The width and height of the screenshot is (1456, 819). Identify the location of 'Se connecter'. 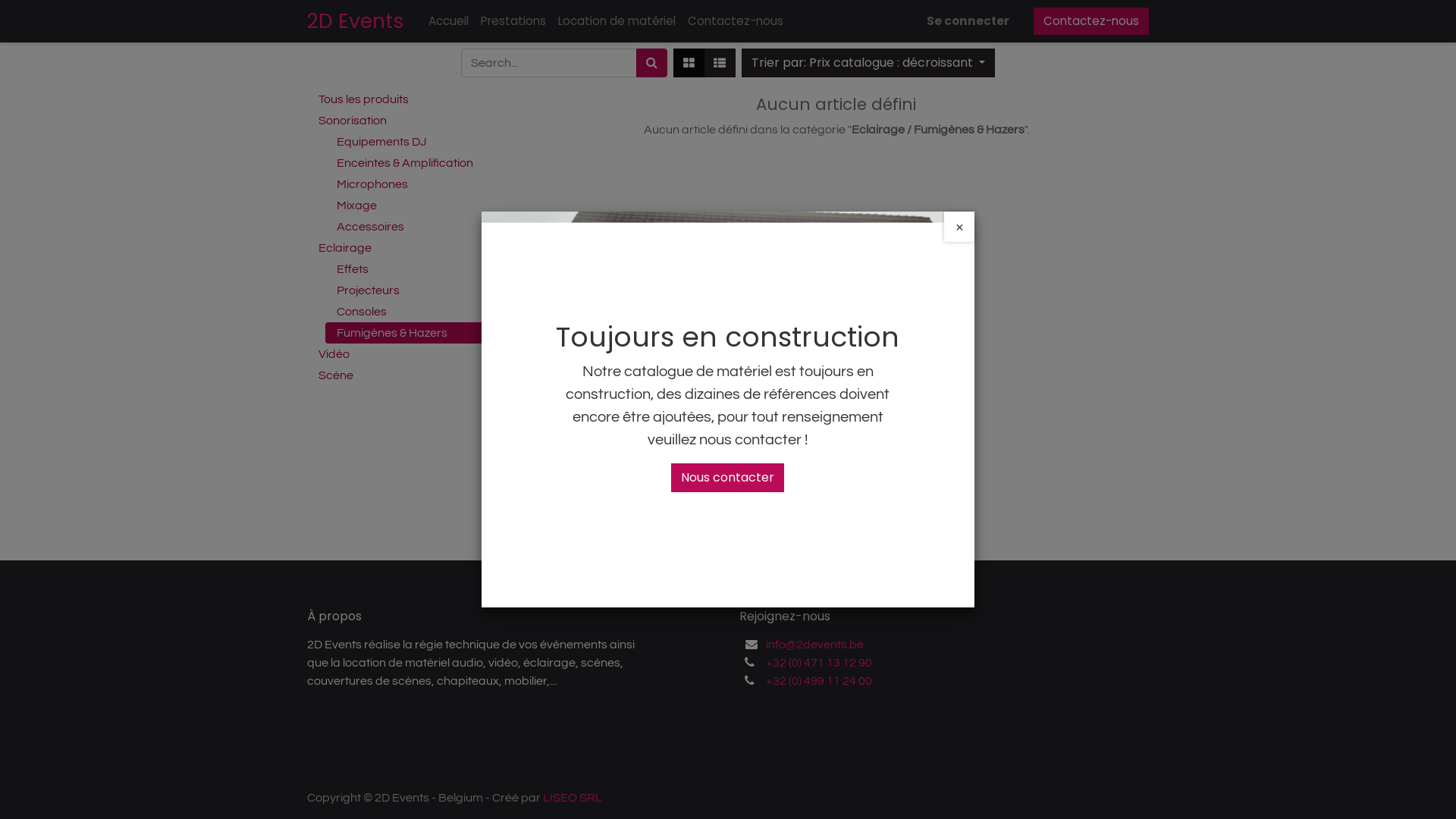
(920, 21).